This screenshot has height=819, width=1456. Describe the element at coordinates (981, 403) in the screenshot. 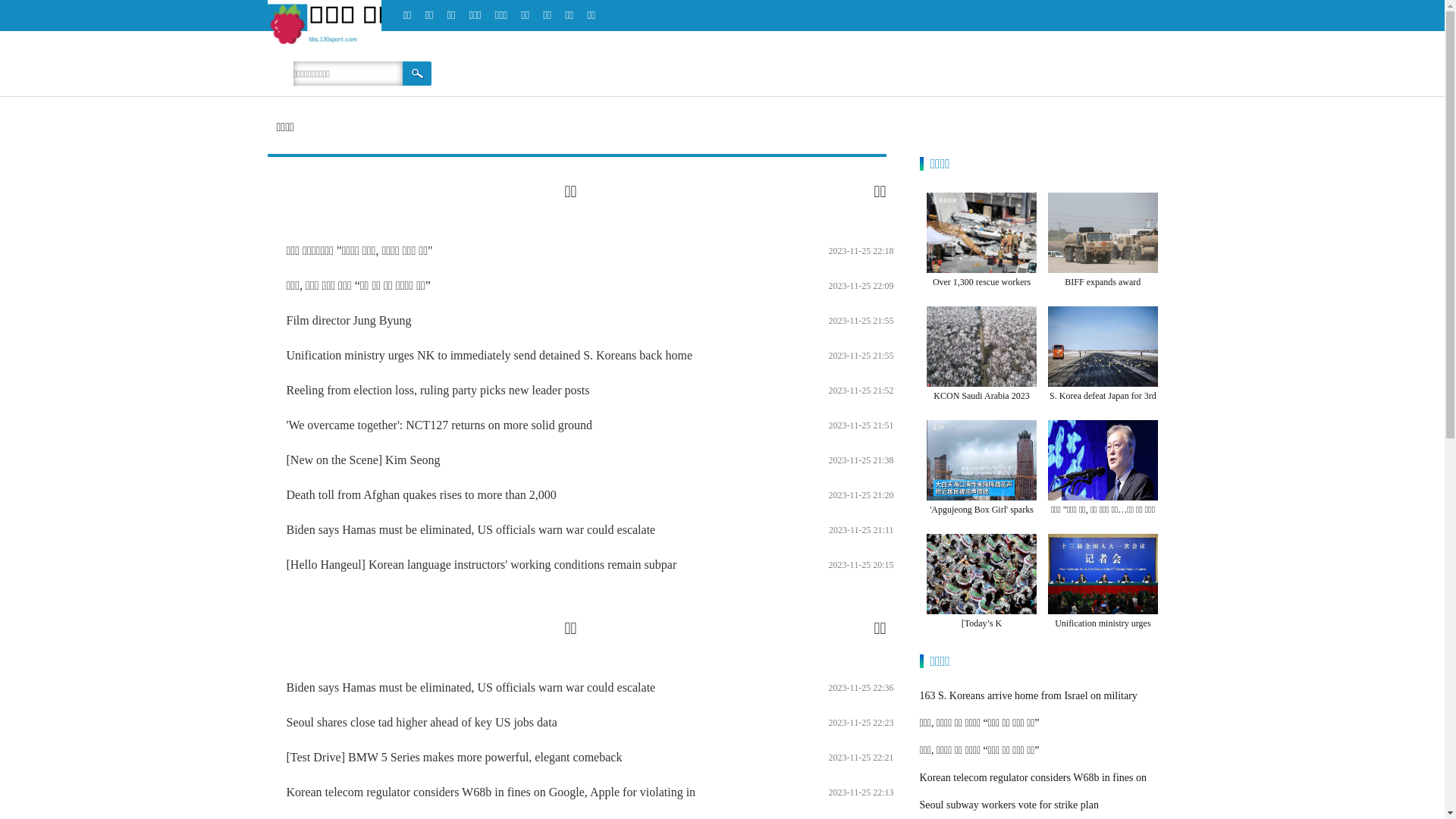

I see `'KCON Saudi Arabia 2023 attracts 23,000 K'` at that location.